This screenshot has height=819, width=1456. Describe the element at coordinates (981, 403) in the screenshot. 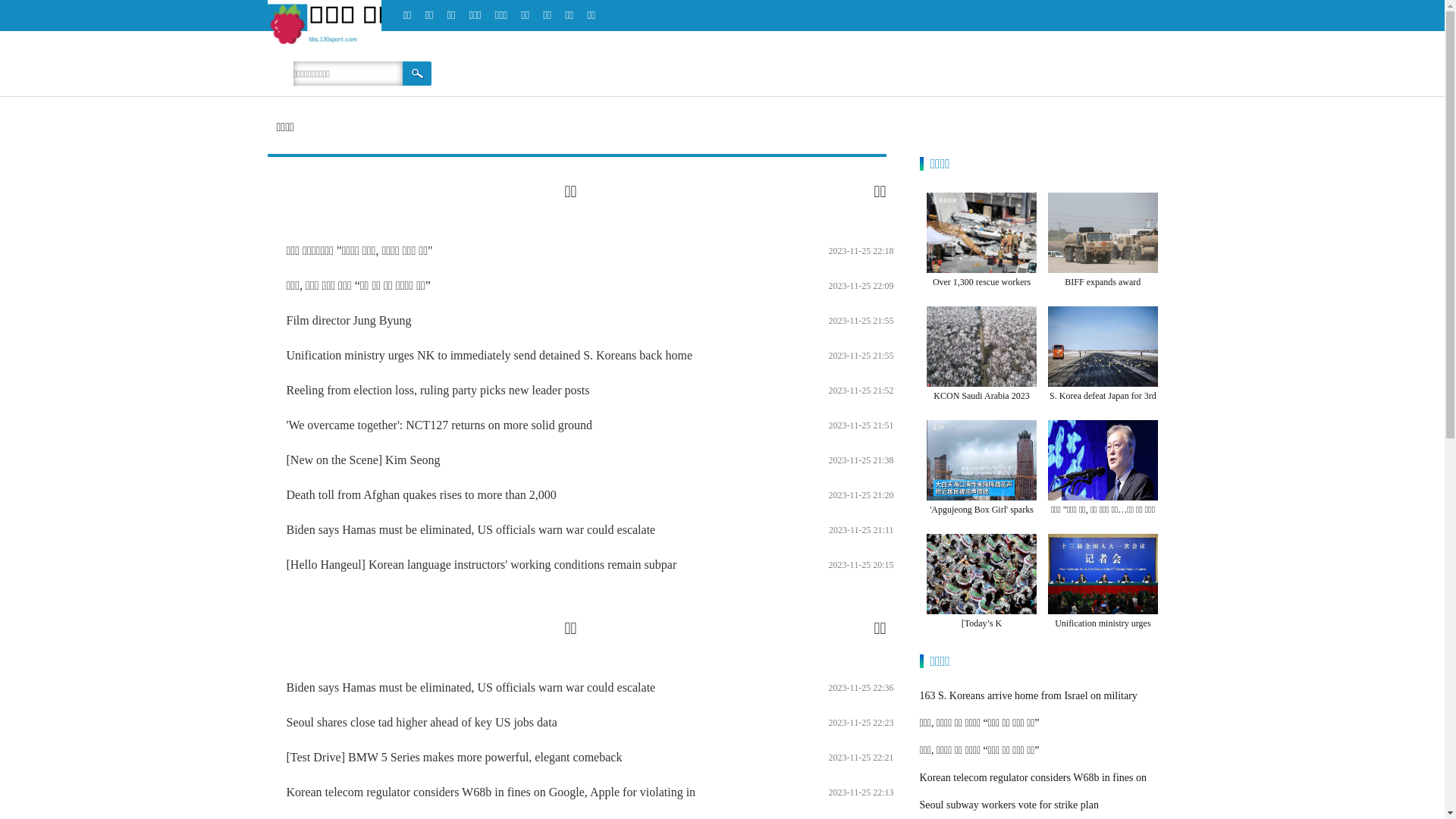

I see `'KCON Saudi Arabia 2023 attracts 23,000 K'` at that location.